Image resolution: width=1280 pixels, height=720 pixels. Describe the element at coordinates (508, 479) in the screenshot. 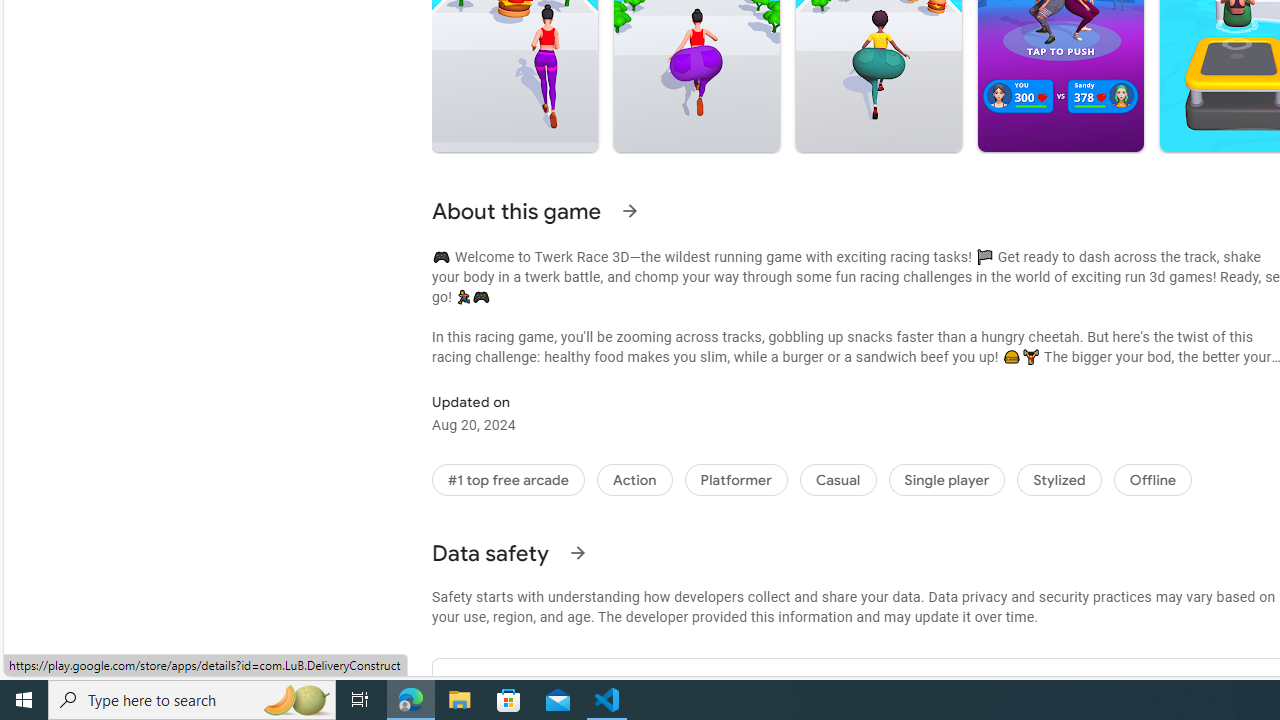

I see `'#1 top free arcade'` at that location.